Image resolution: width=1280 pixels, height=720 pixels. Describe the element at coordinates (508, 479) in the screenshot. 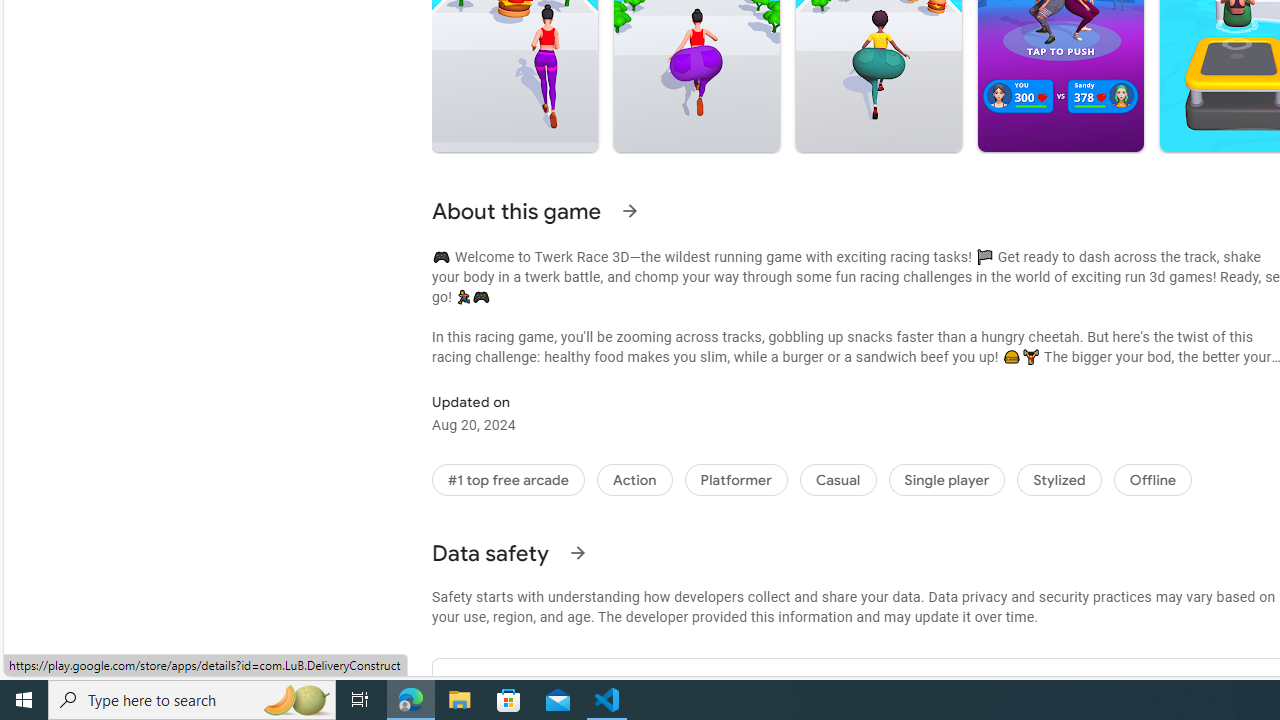

I see `'#1 top free arcade'` at that location.